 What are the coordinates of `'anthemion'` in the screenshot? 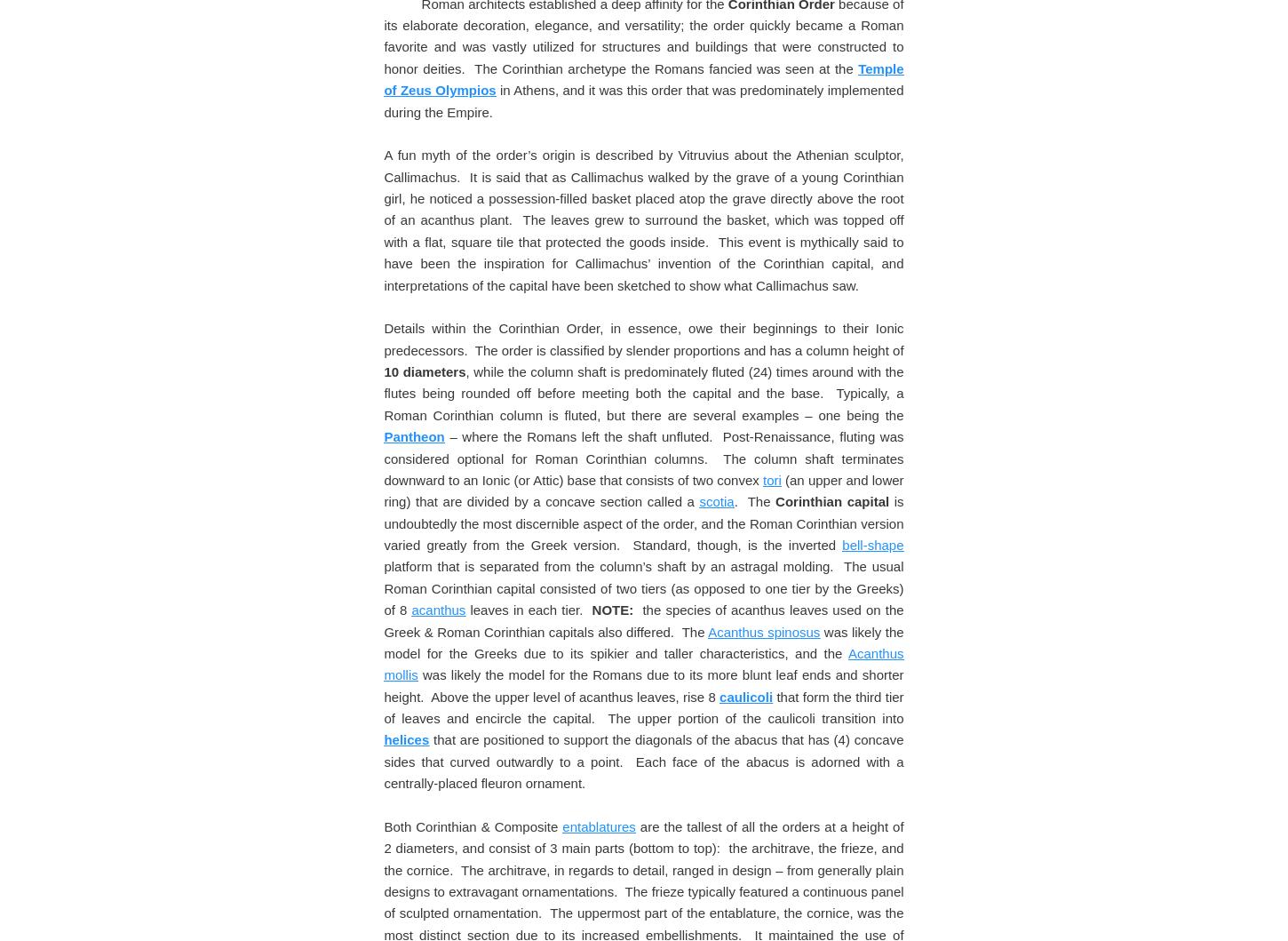 It's located at (854, 35).